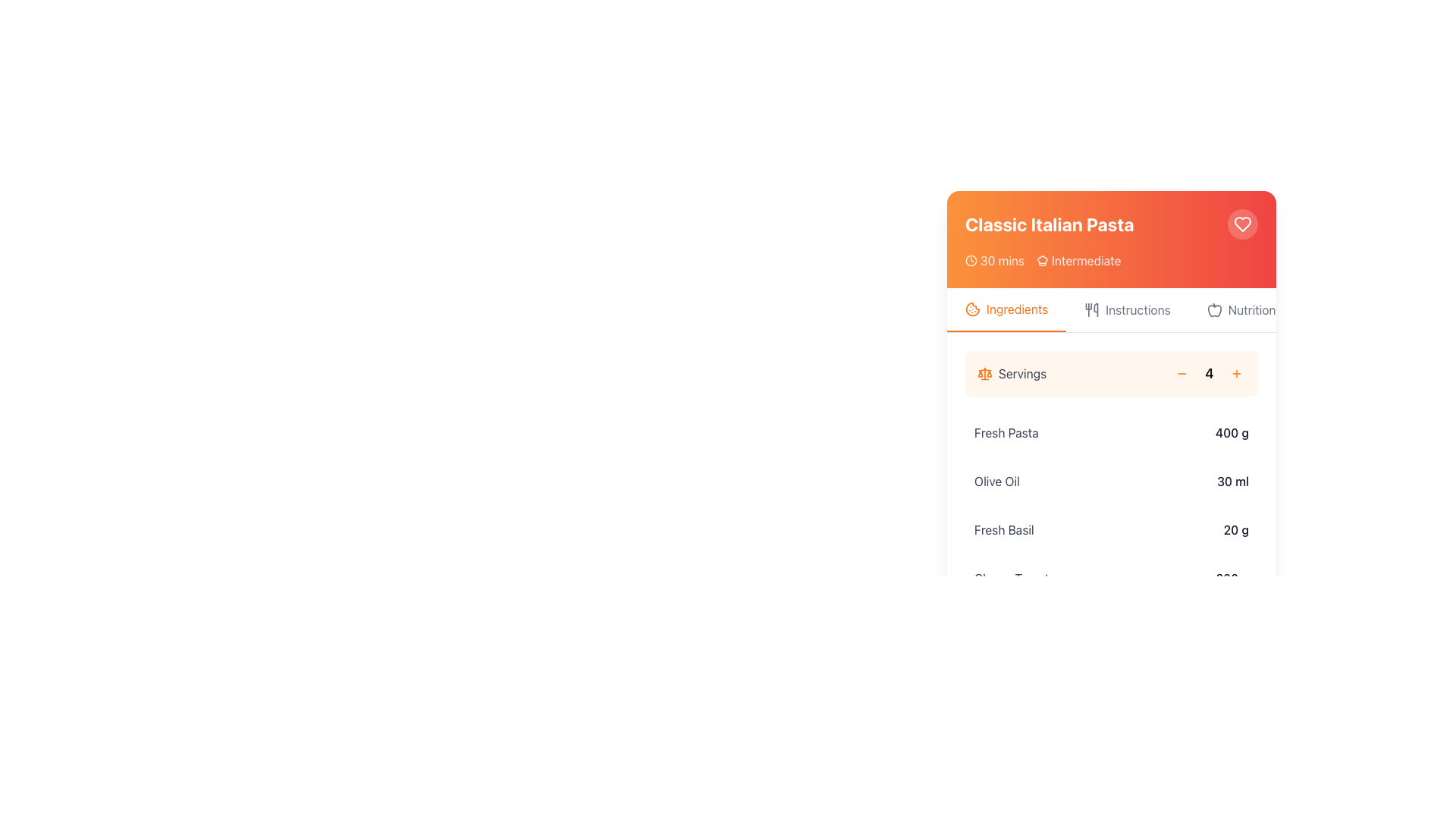 The height and width of the screenshot is (819, 1456). Describe the element at coordinates (1252, 309) in the screenshot. I see `the fourth tab in the navigation menu, which is related to nutrition` at that location.